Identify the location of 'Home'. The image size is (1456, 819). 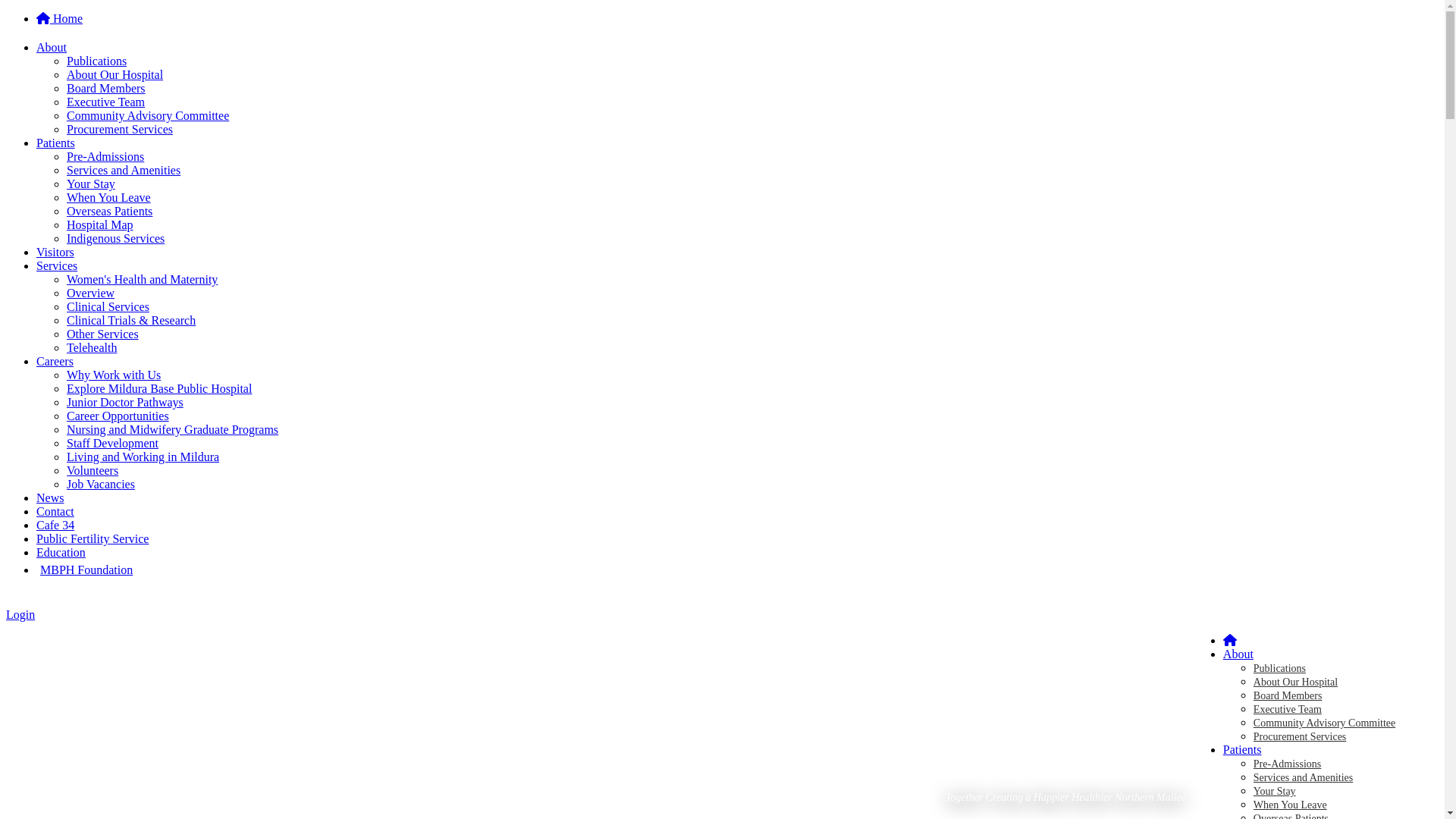
(59, 18).